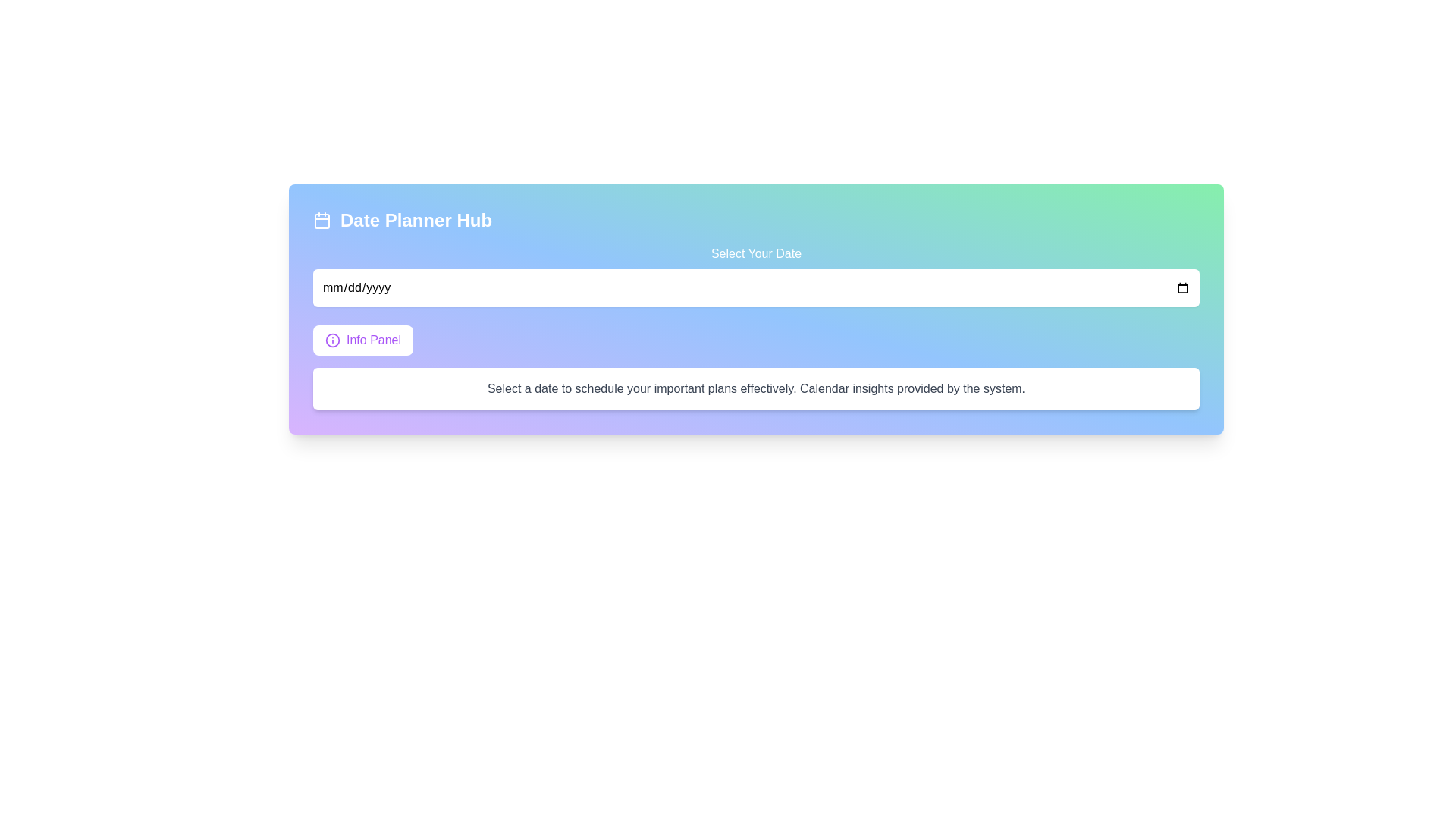  Describe the element at coordinates (331, 339) in the screenshot. I see `the circular information icon positioned to the left of the 'Info Panel' text label in the user interface` at that location.